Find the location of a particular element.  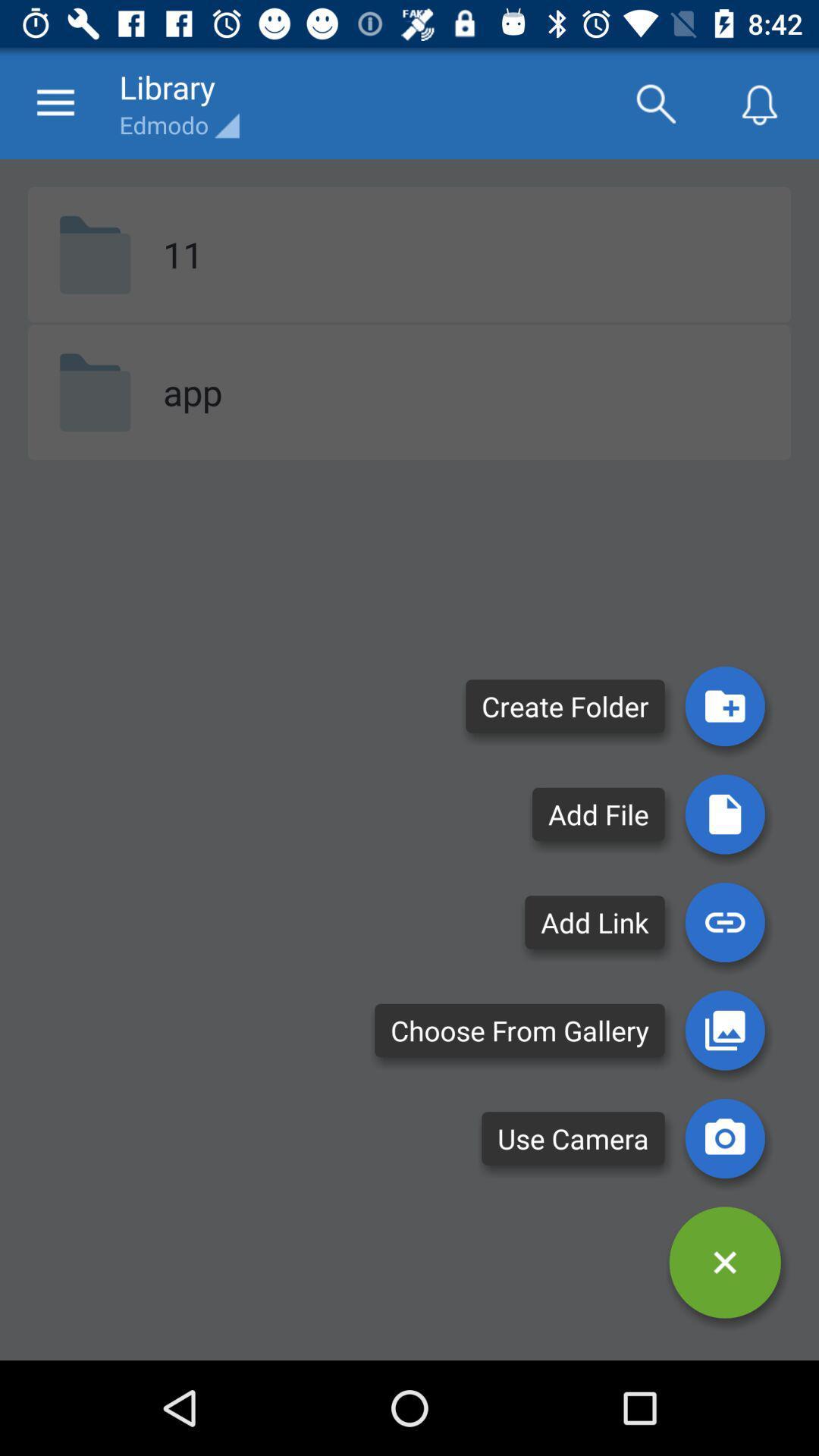

the item above the app item is located at coordinates (182, 254).